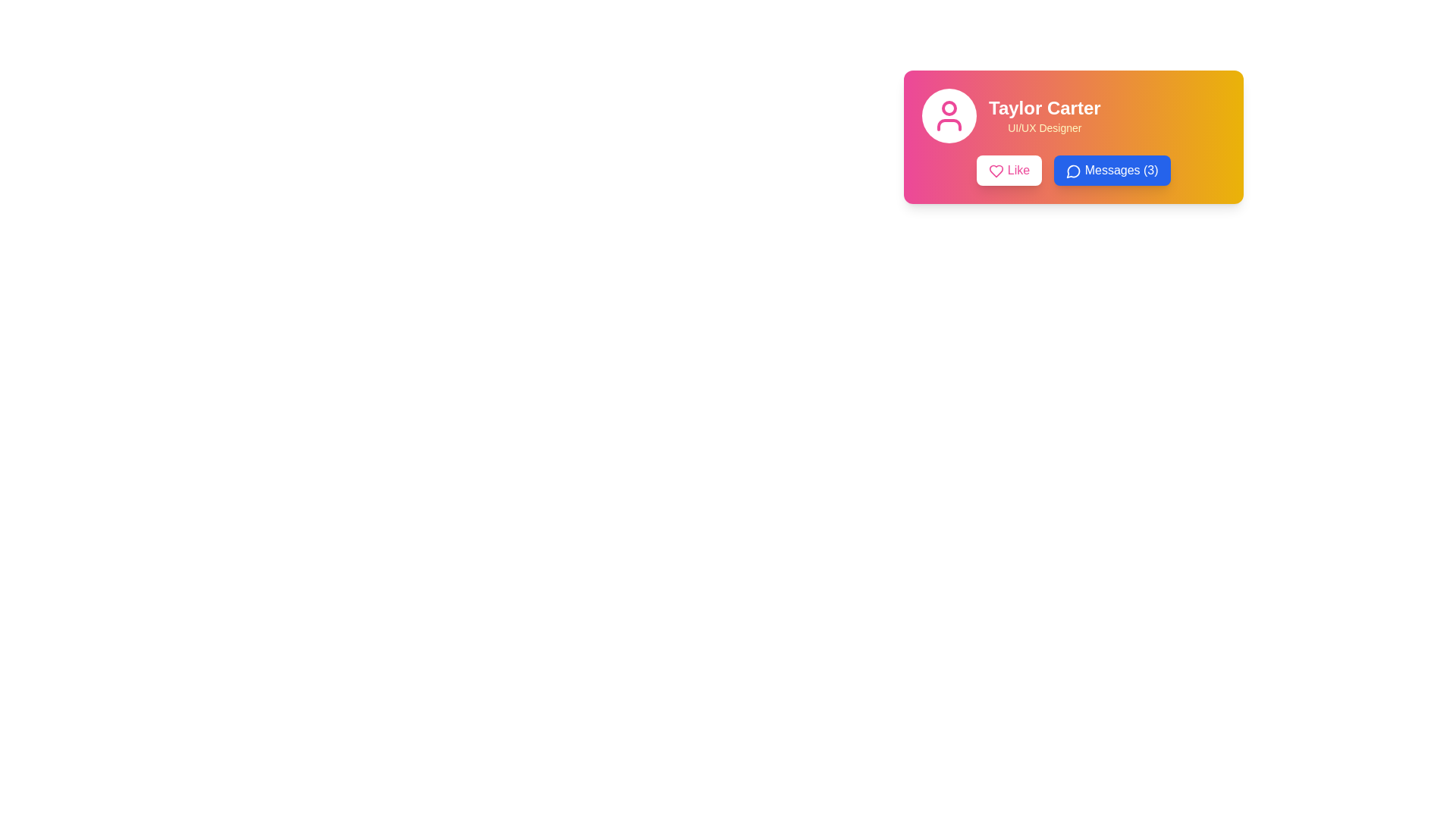 This screenshot has width=1456, height=819. Describe the element at coordinates (1072, 171) in the screenshot. I see `the messaging notifications icon located within the 'Messages (3)' button on the card for user 'Taylor Carter', which is positioned on the lower right side of the card` at that location.